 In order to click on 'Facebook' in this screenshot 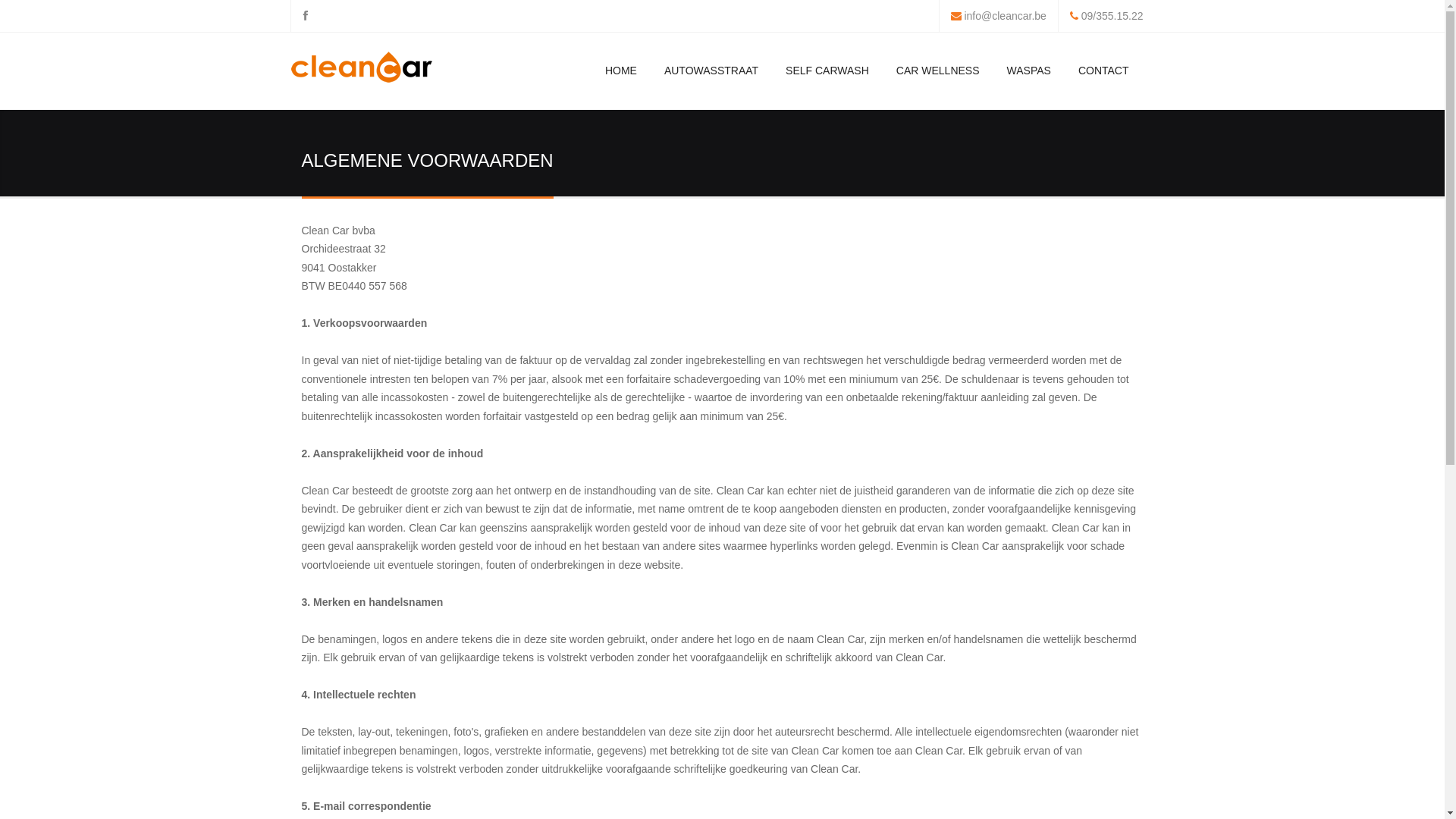, I will do `click(304, 15)`.